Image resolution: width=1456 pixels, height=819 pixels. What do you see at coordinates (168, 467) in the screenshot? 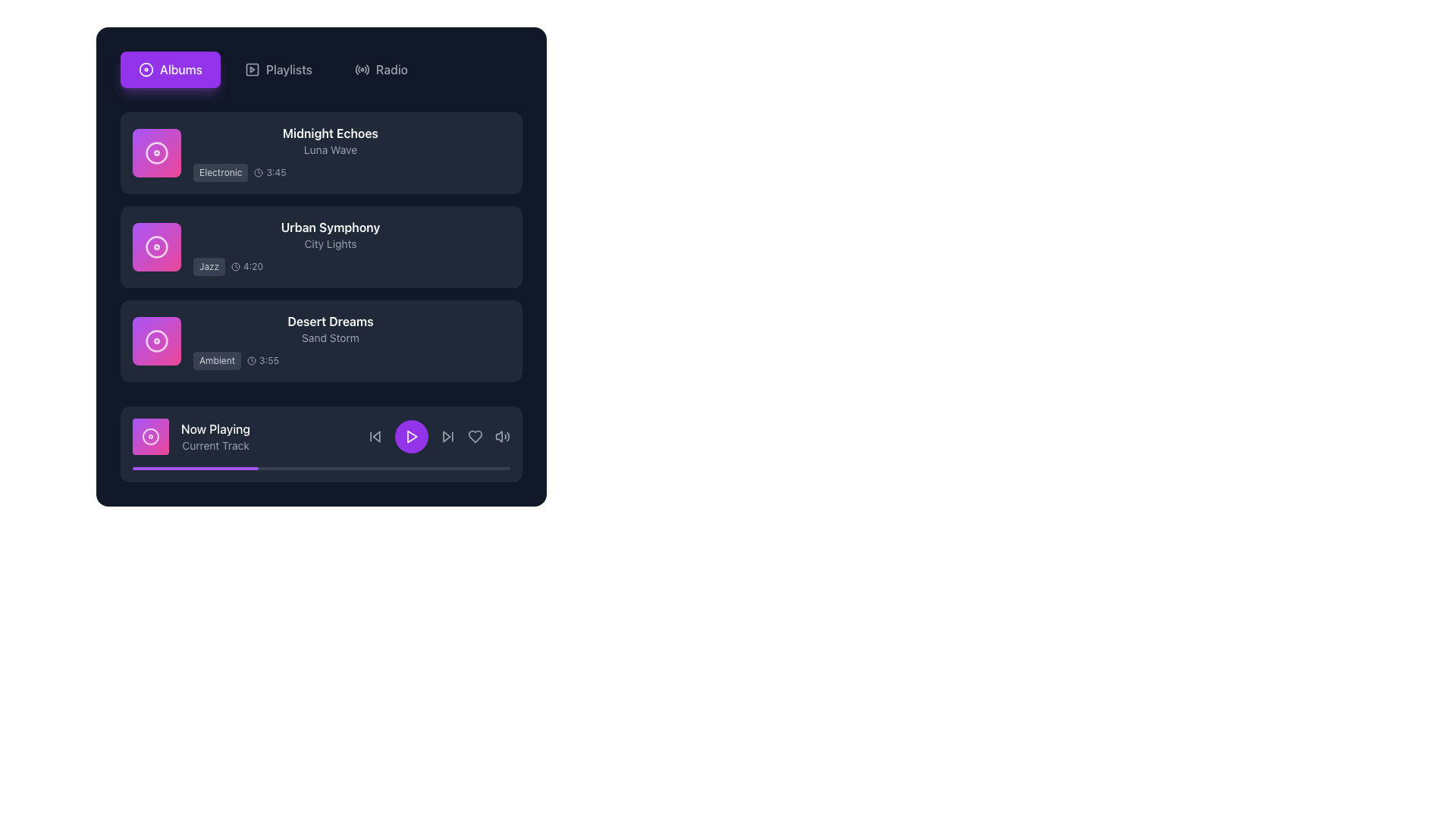
I see `the progress bar value` at bounding box center [168, 467].